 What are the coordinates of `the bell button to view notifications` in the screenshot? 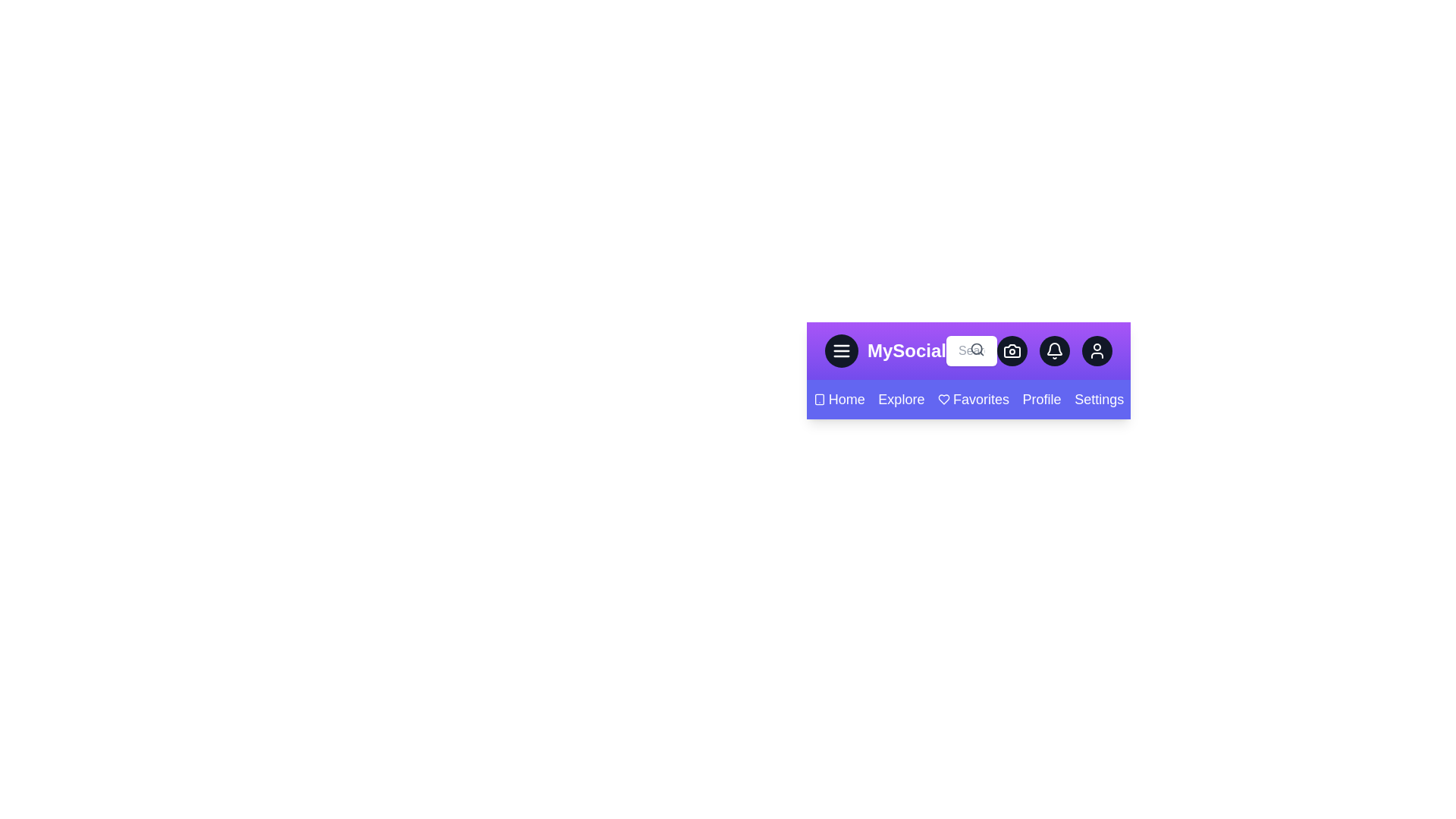 It's located at (1054, 350).